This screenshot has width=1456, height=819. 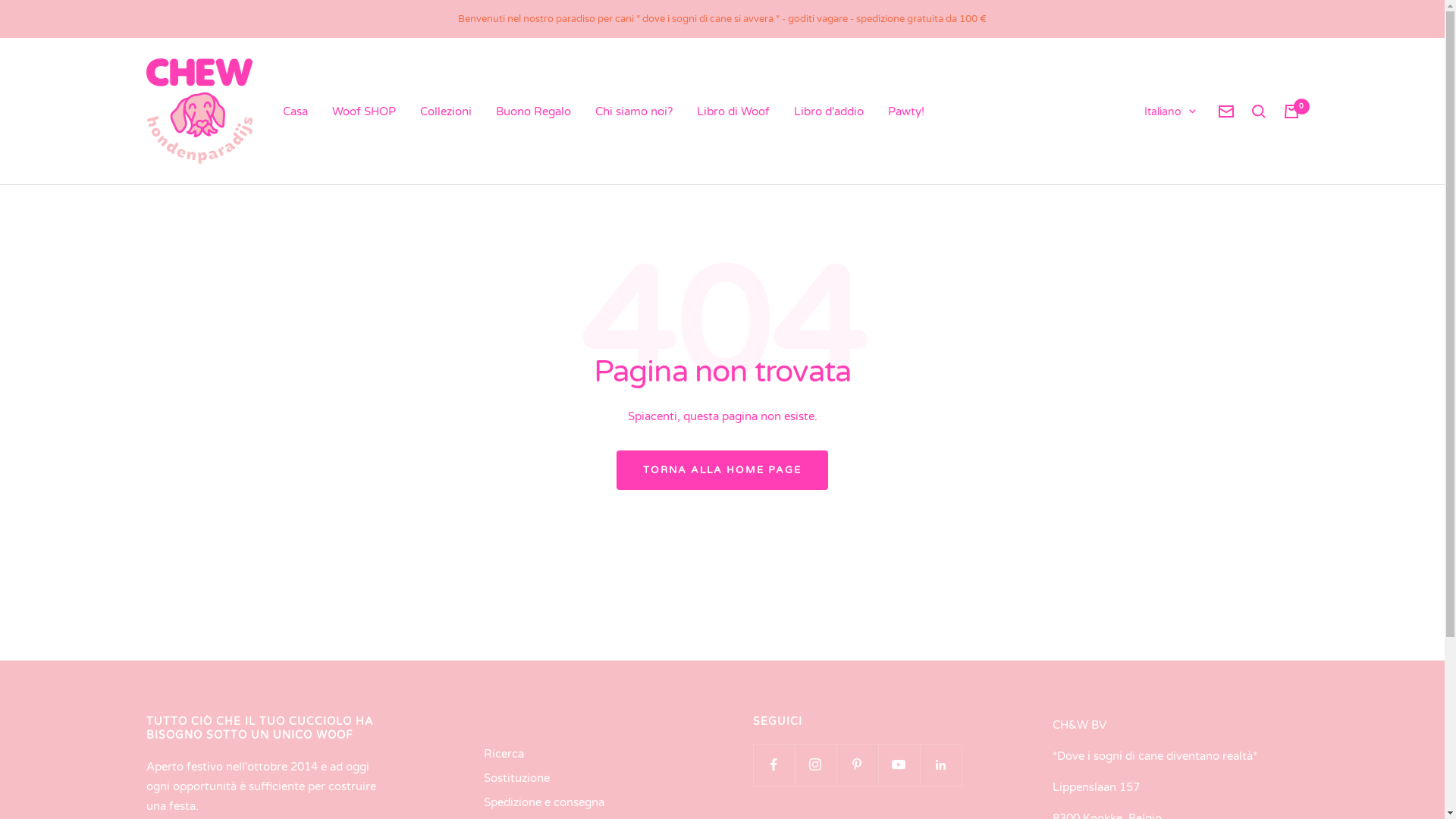 I want to click on '0', so click(x=1282, y=110).